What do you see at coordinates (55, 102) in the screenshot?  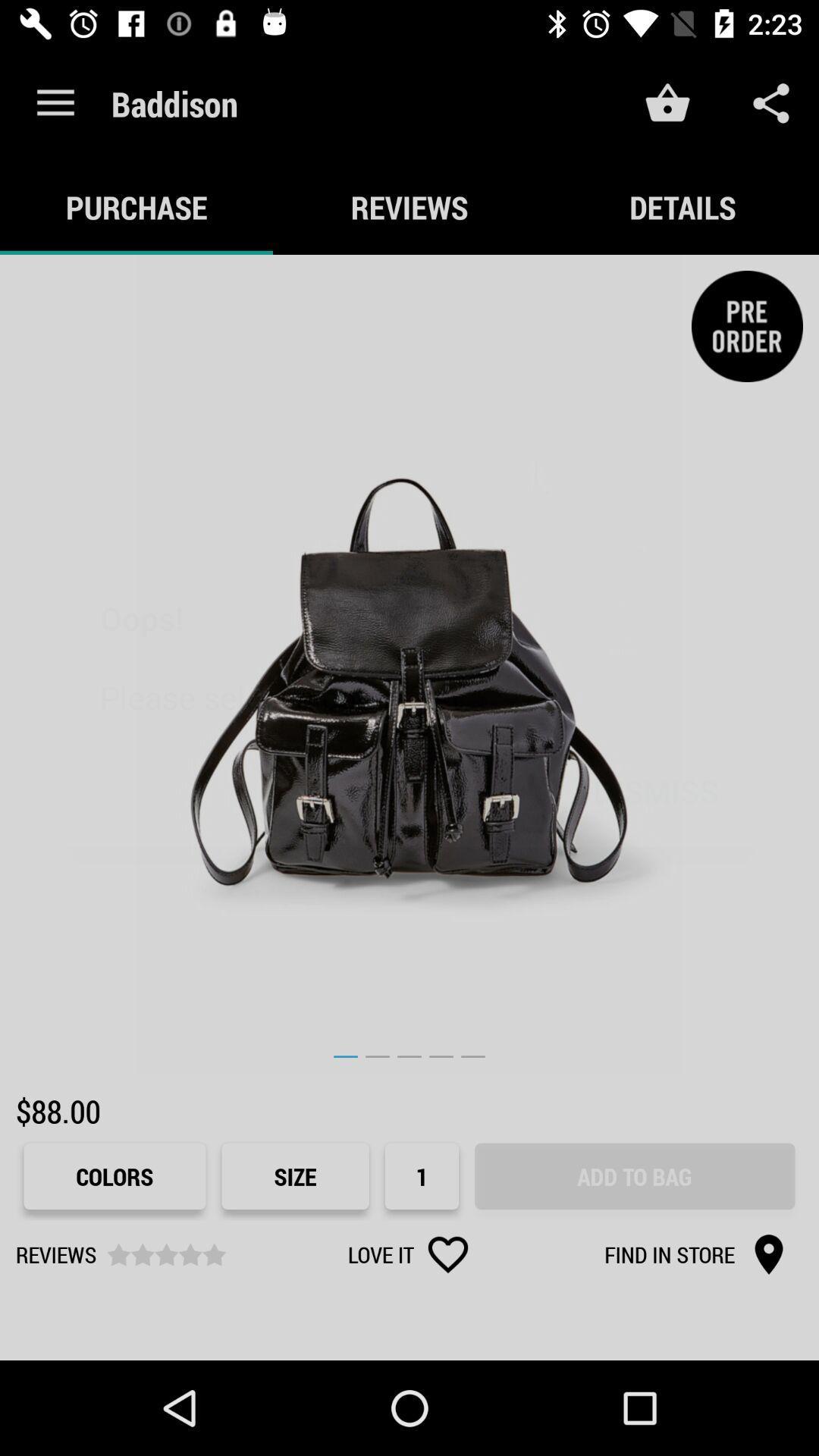 I see `the icon next to the baddison item` at bounding box center [55, 102].